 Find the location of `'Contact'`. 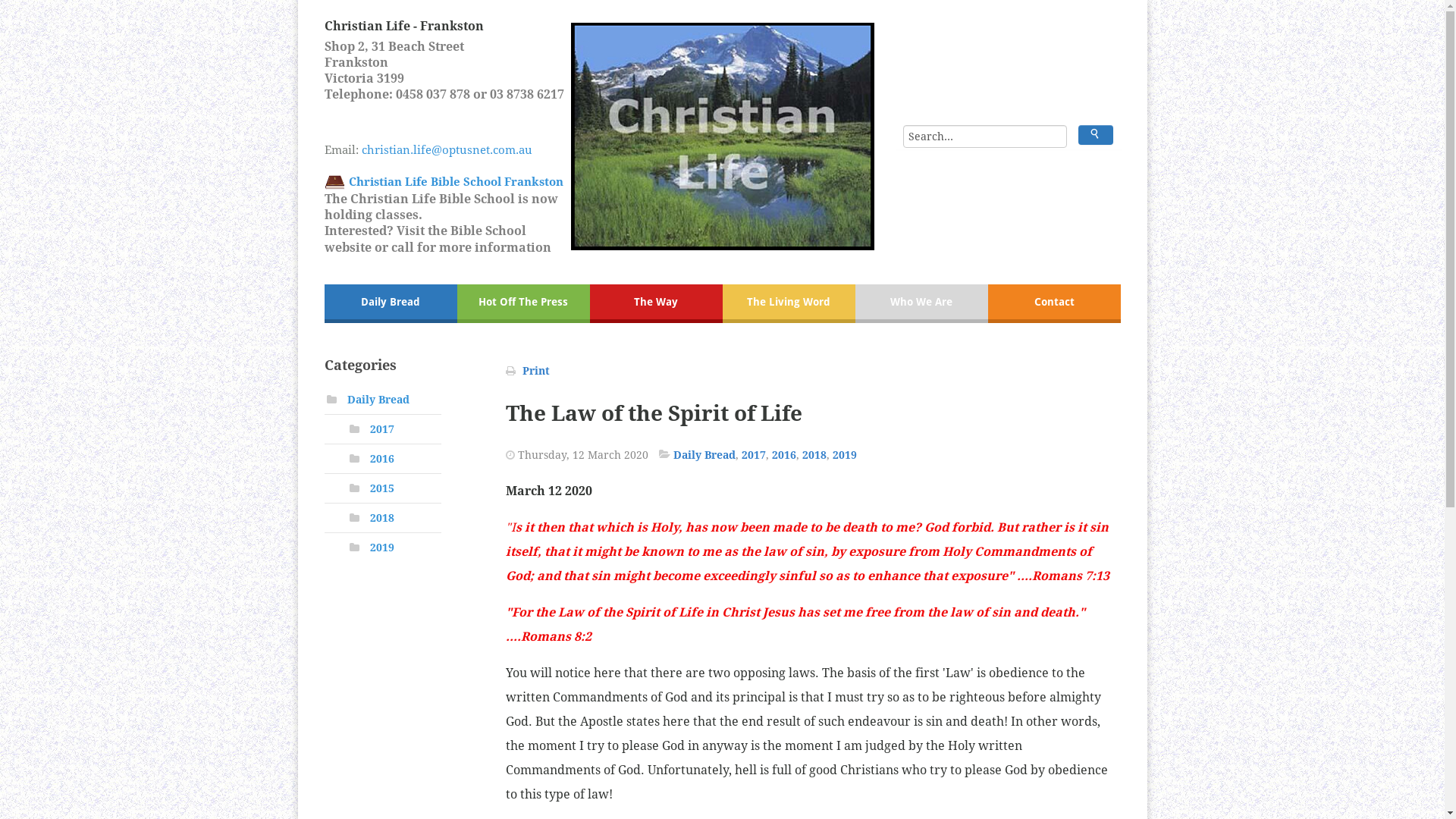

'Contact' is located at coordinates (1053, 303).